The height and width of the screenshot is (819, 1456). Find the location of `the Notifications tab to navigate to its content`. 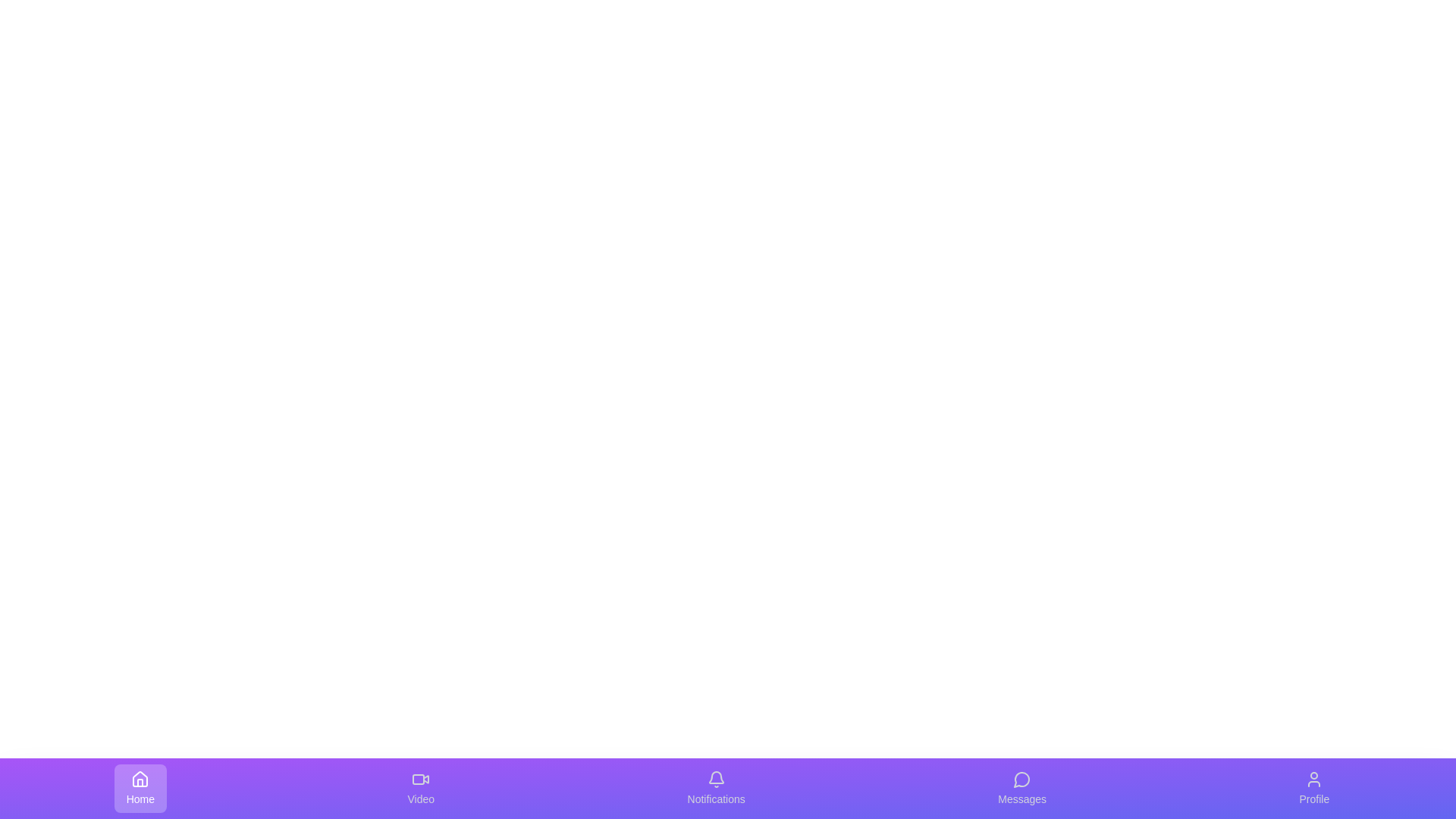

the Notifications tab to navigate to its content is located at coordinates (716, 788).